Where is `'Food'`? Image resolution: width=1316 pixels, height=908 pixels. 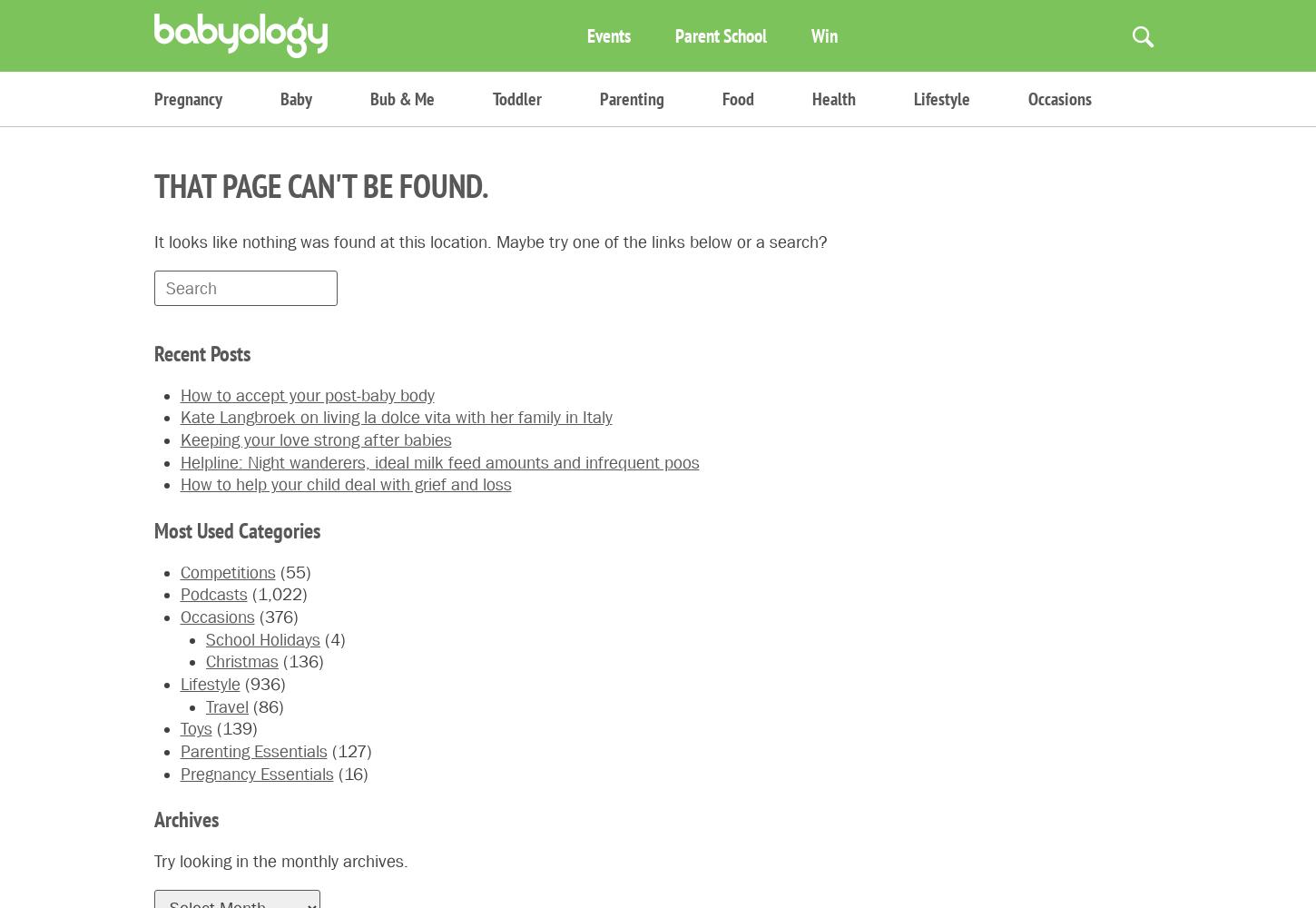
'Food' is located at coordinates (738, 98).